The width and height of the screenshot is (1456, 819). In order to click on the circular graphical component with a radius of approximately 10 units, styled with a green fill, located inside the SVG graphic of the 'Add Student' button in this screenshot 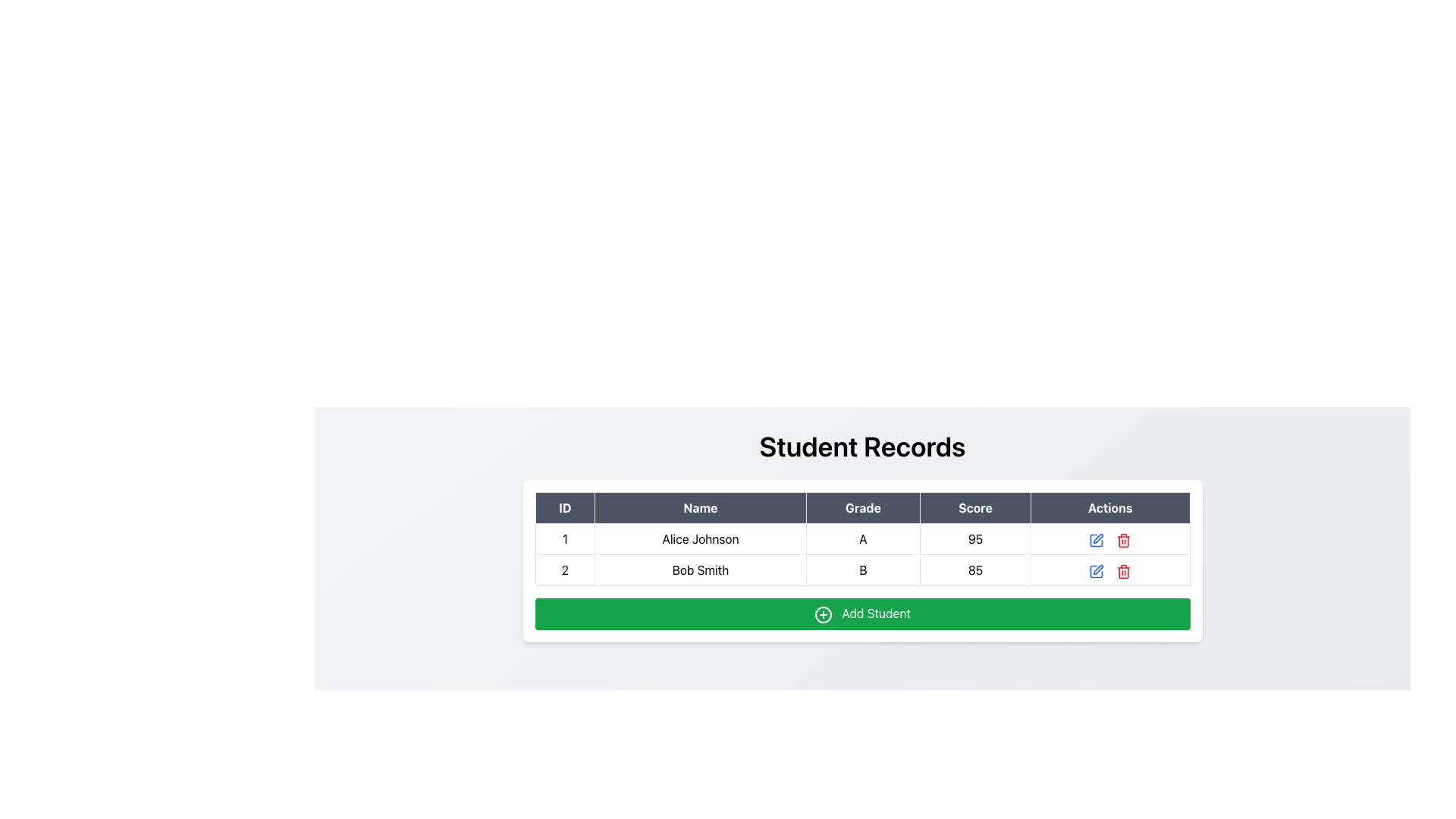, I will do `click(823, 614)`.